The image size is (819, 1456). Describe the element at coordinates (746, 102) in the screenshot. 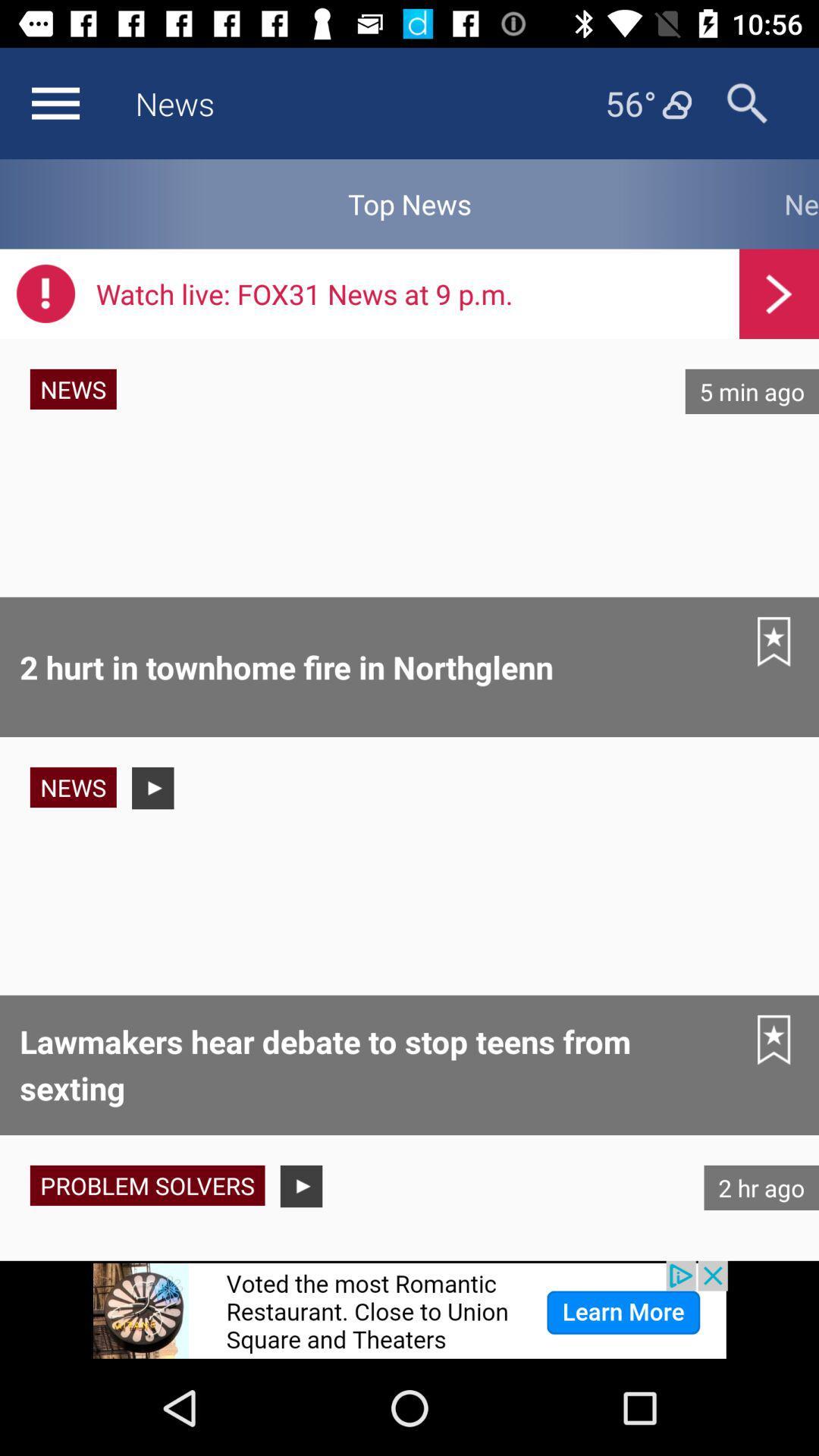

I see `the search icon` at that location.